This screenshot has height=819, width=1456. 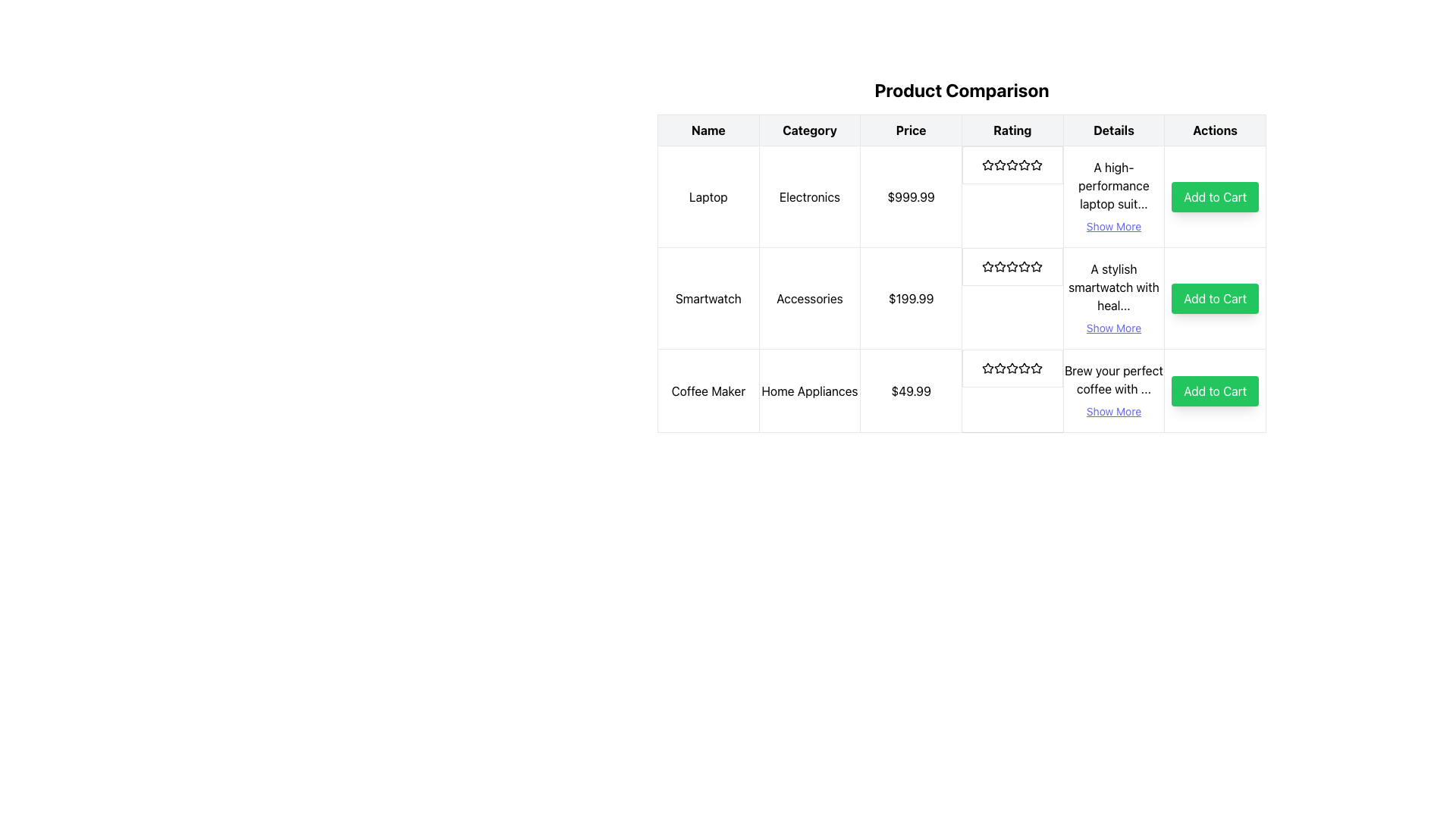 I want to click on the third star icon in the 'Rating' column of the 'Product Comparison' table for the 'Coffee Maker' row, which represents a user rating, so click(x=1012, y=368).